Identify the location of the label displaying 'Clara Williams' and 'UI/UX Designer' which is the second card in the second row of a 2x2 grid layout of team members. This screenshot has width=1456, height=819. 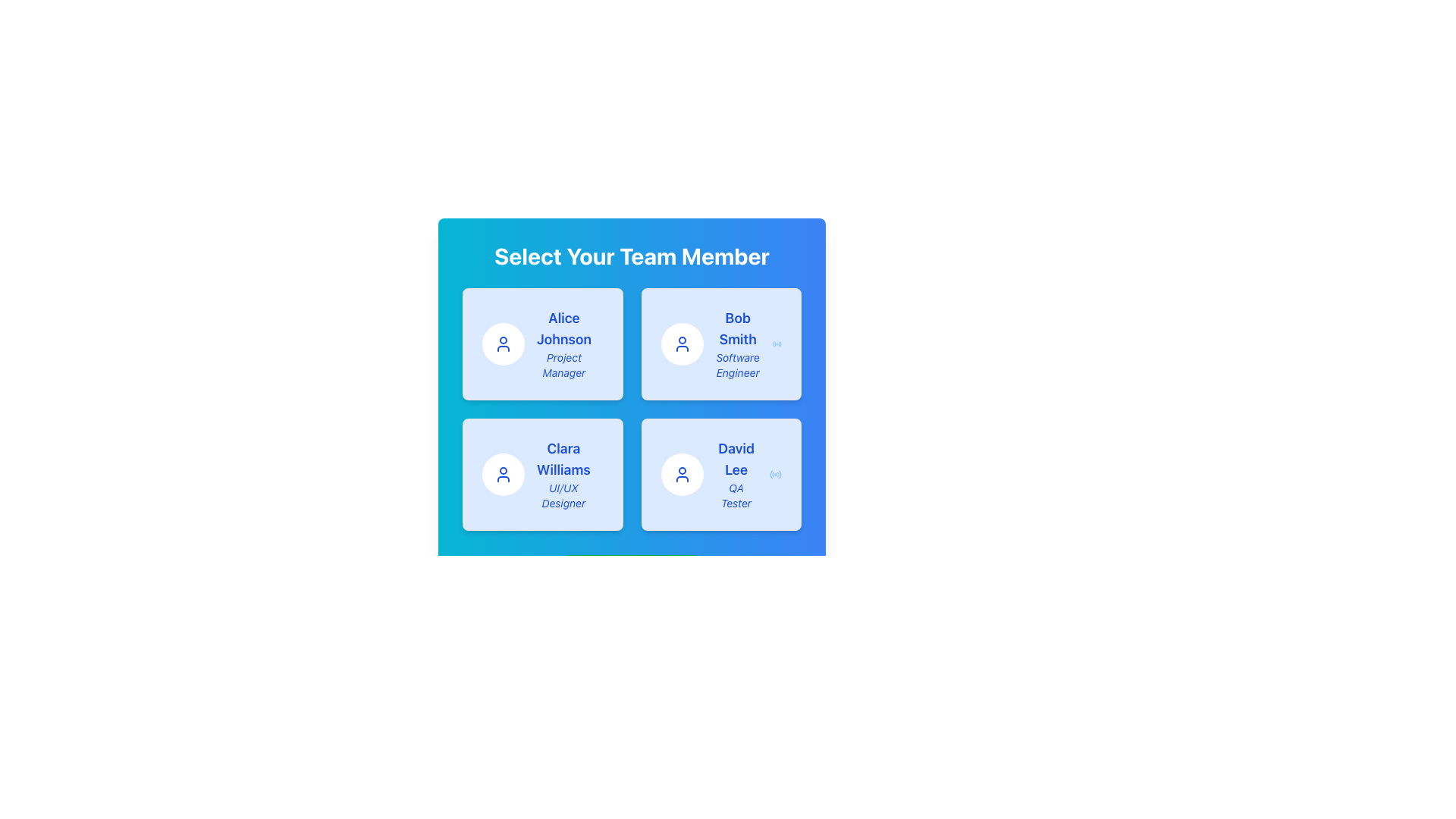
(563, 473).